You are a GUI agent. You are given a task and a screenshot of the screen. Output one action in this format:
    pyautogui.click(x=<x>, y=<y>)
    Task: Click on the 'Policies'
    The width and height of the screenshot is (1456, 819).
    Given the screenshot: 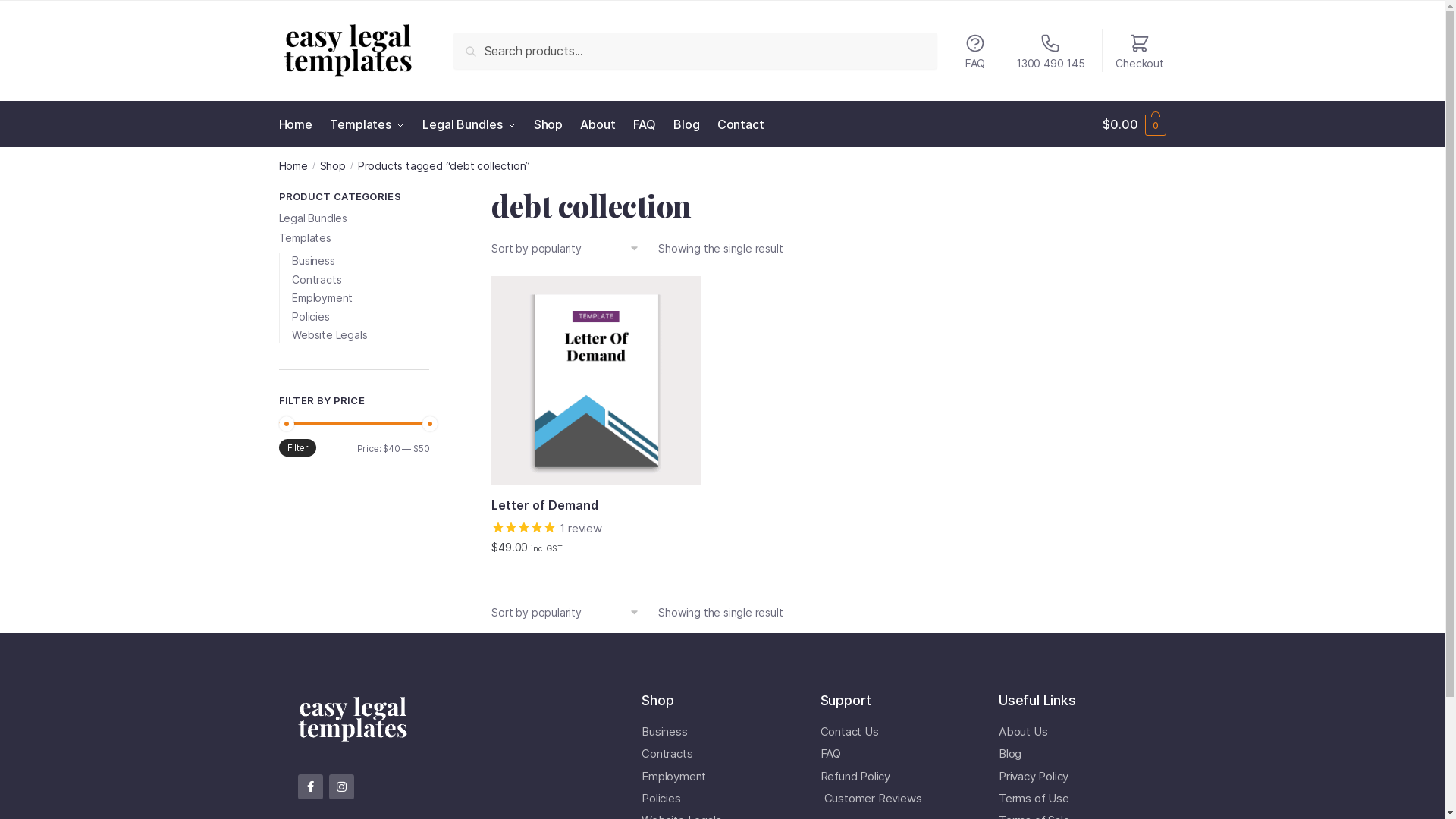 What is the action you would take?
    pyautogui.click(x=714, y=798)
    